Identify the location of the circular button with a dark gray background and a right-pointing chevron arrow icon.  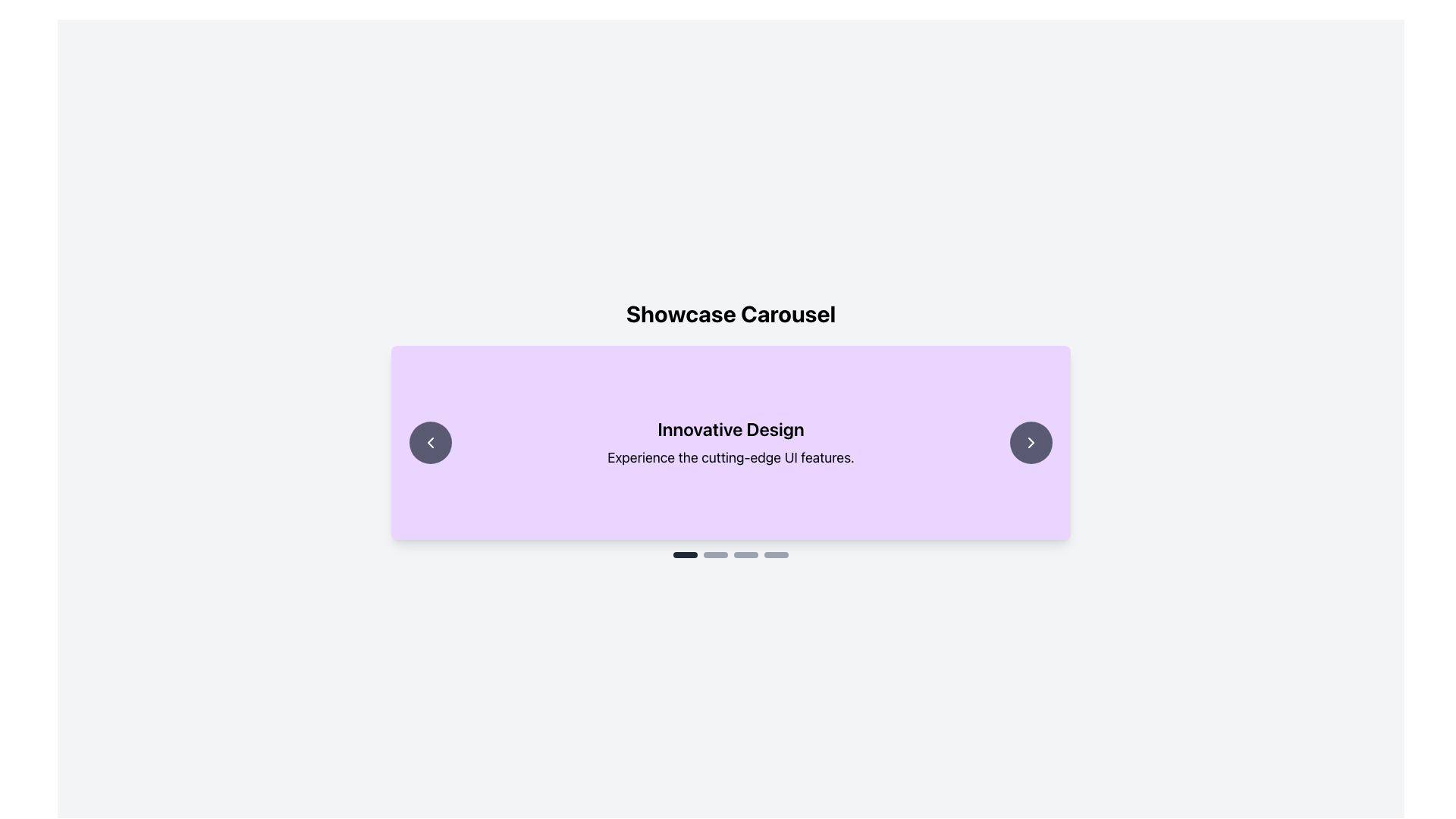
(1031, 442).